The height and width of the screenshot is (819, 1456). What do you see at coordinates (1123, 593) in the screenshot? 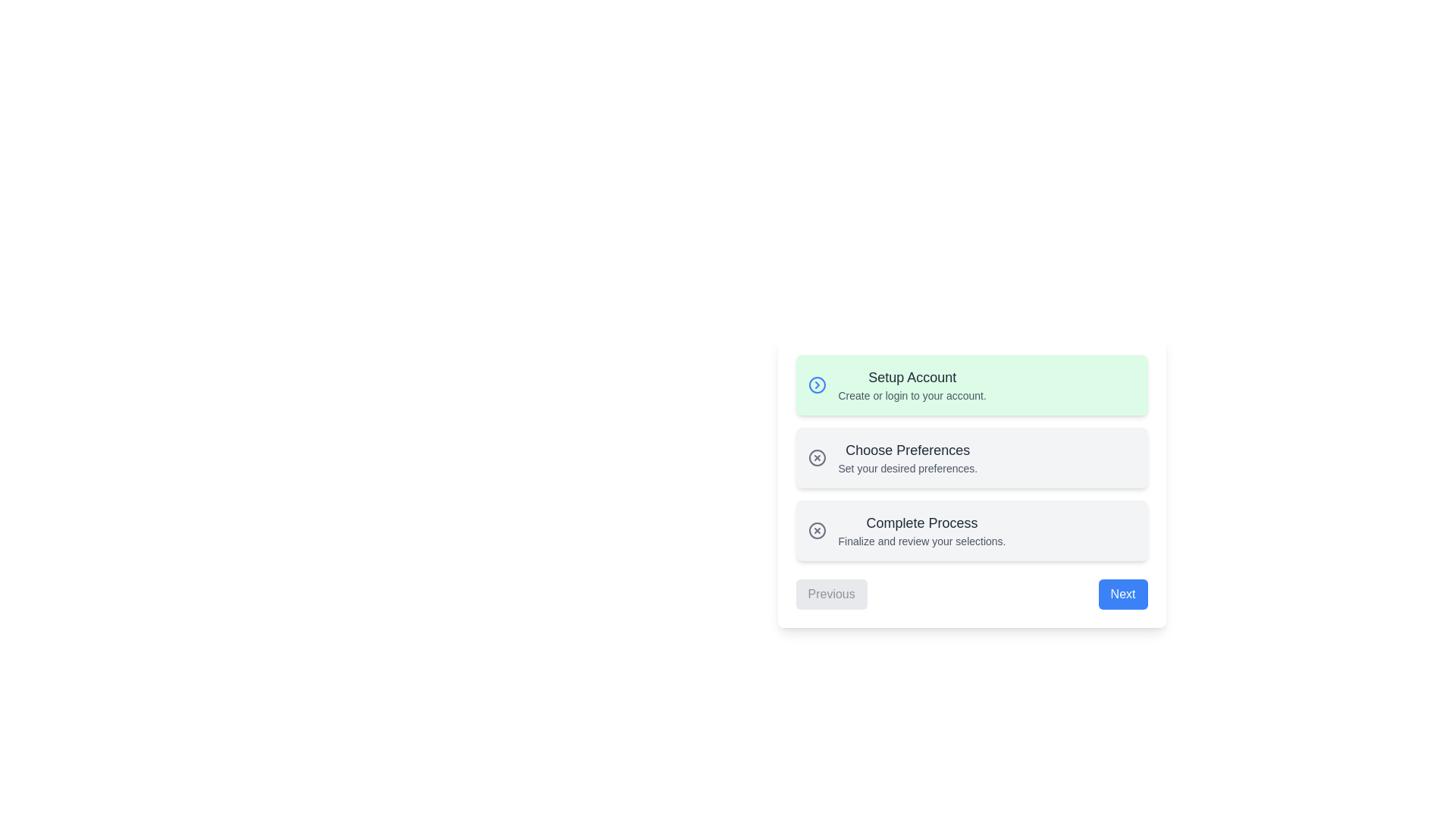
I see `the 'Next' button, which is a rectangular button with bold white text on a blue background, located at the bottom-right corner of the interface` at bounding box center [1123, 593].